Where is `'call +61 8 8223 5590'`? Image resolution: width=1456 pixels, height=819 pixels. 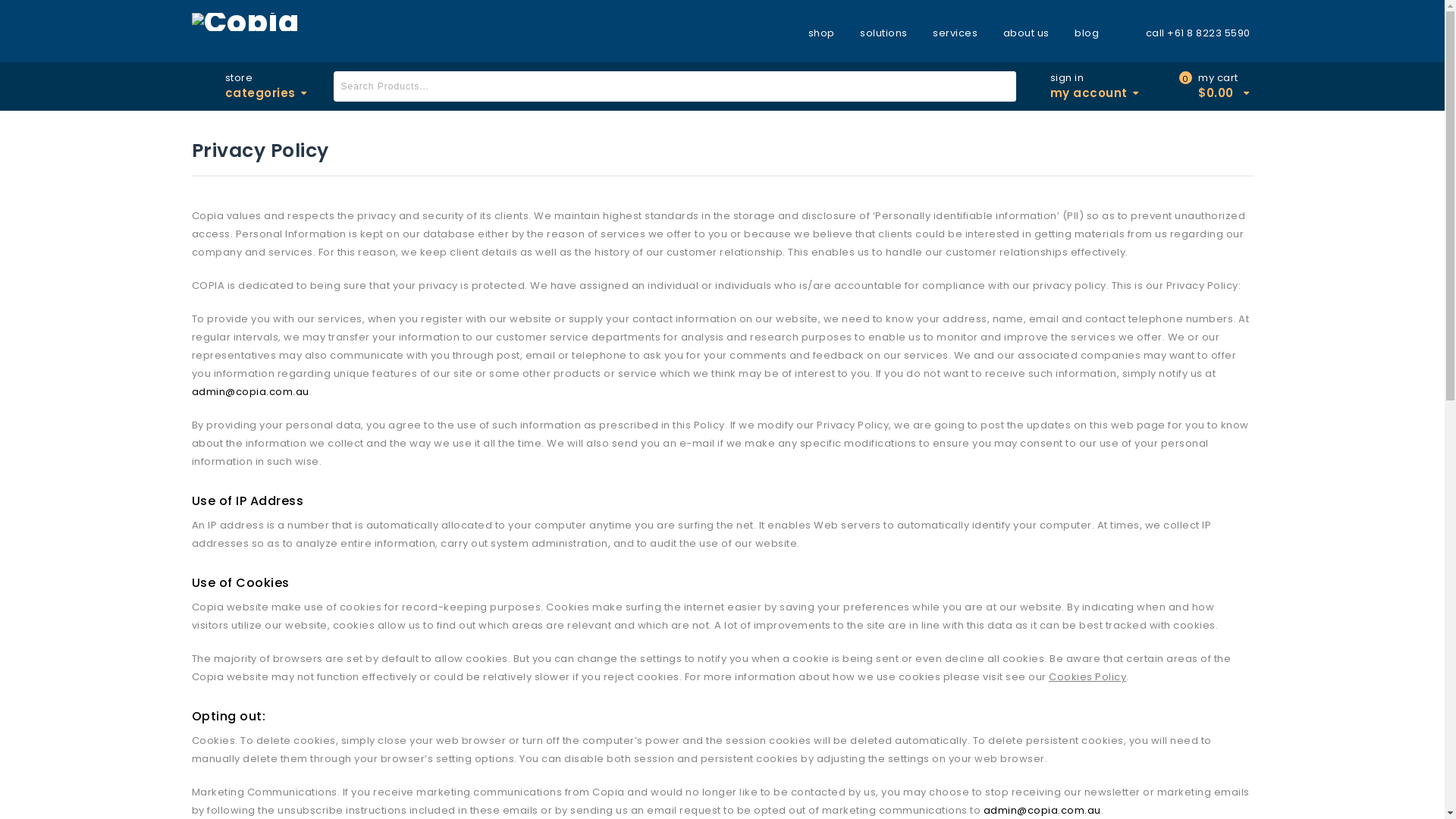
'call +61 8 8223 5590' is located at coordinates (1187, 32).